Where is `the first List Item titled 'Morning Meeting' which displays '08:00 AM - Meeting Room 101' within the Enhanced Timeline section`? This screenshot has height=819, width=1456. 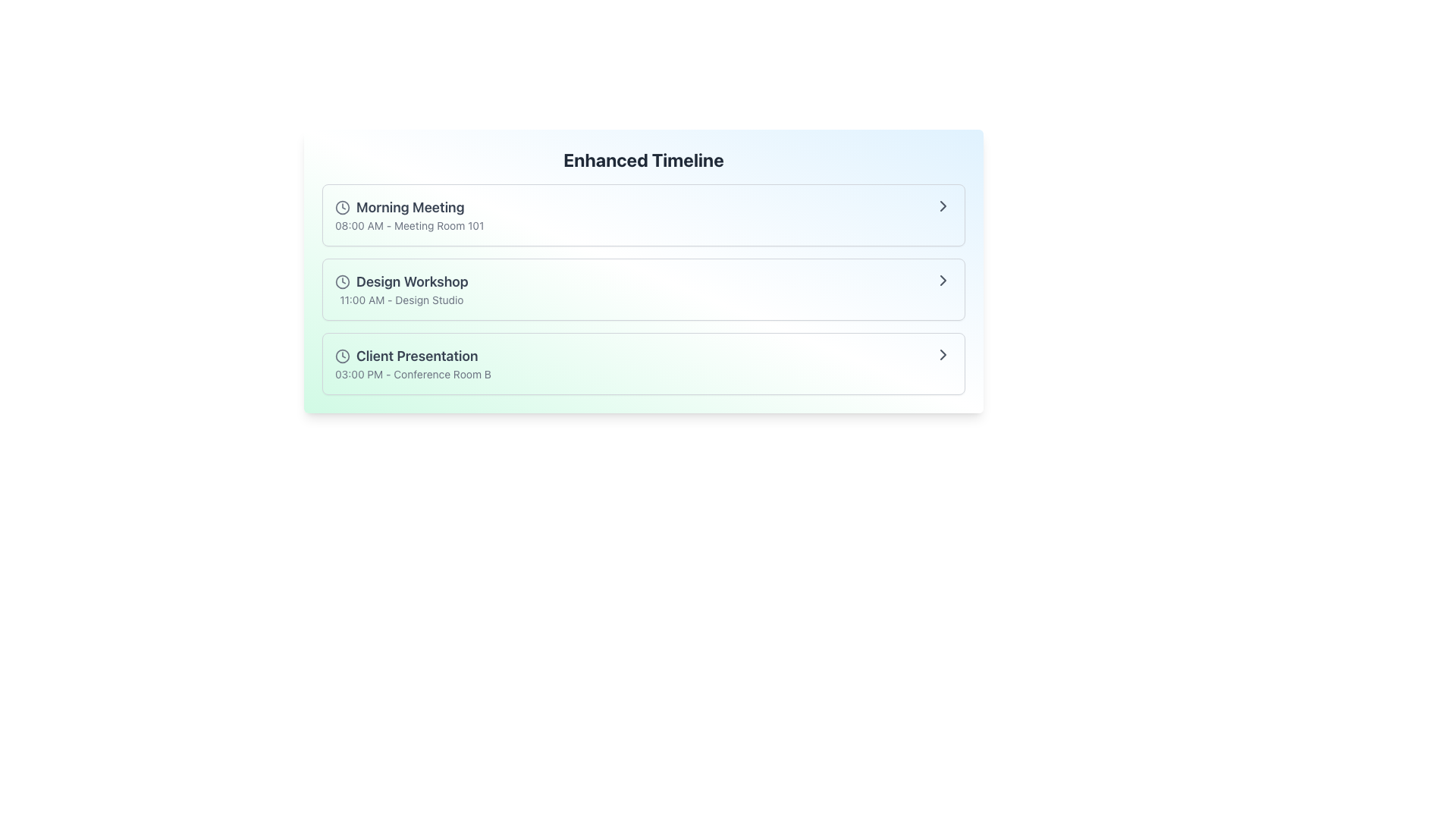
the first List Item titled 'Morning Meeting' which displays '08:00 AM - Meeting Room 101' within the Enhanced Timeline section is located at coordinates (644, 215).